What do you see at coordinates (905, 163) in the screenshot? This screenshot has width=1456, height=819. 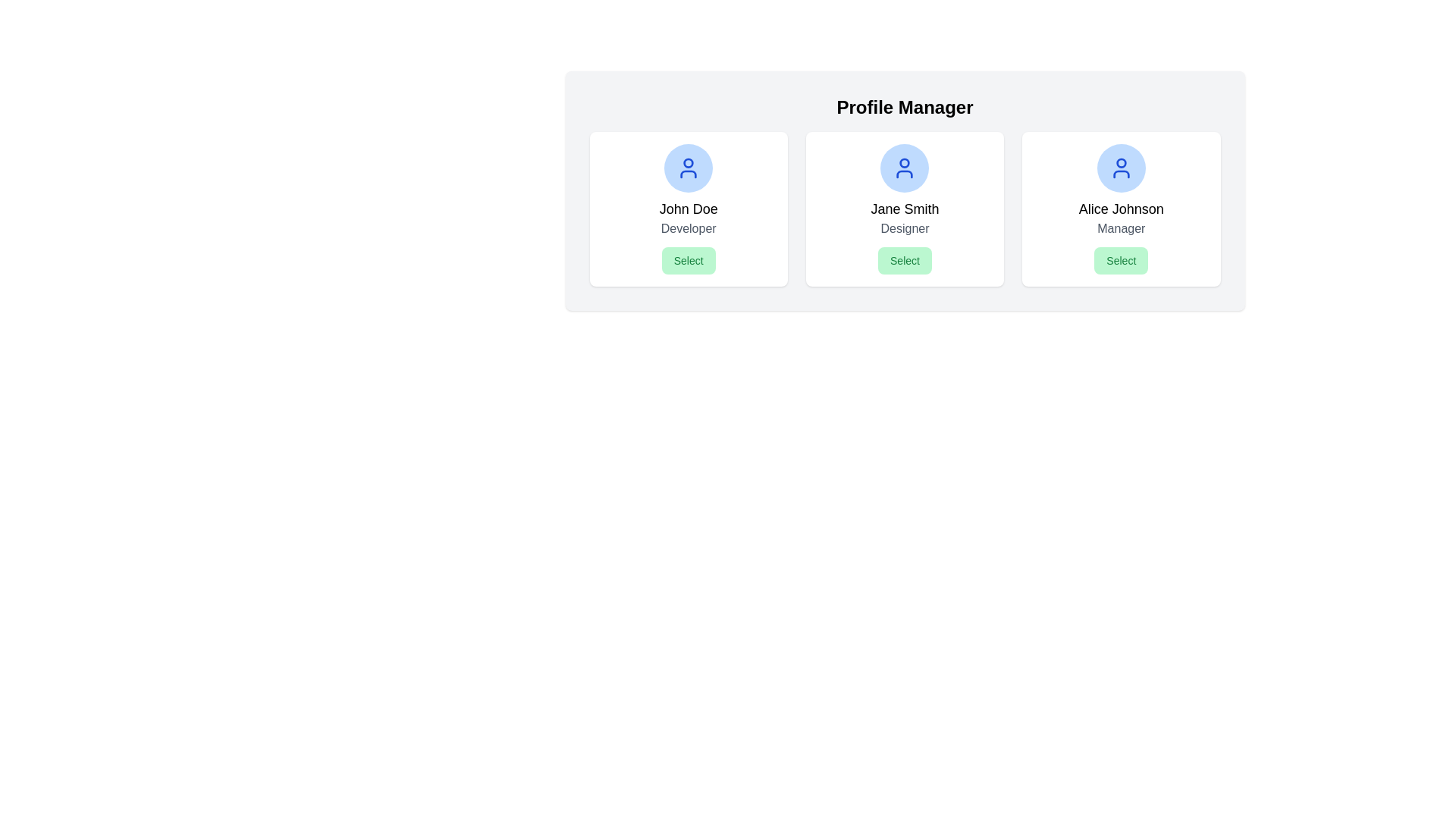 I see `the circular graphics element representing the user icon for 'Jane Smith' in the 'Profile Manager' interface` at bounding box center [905, 163].